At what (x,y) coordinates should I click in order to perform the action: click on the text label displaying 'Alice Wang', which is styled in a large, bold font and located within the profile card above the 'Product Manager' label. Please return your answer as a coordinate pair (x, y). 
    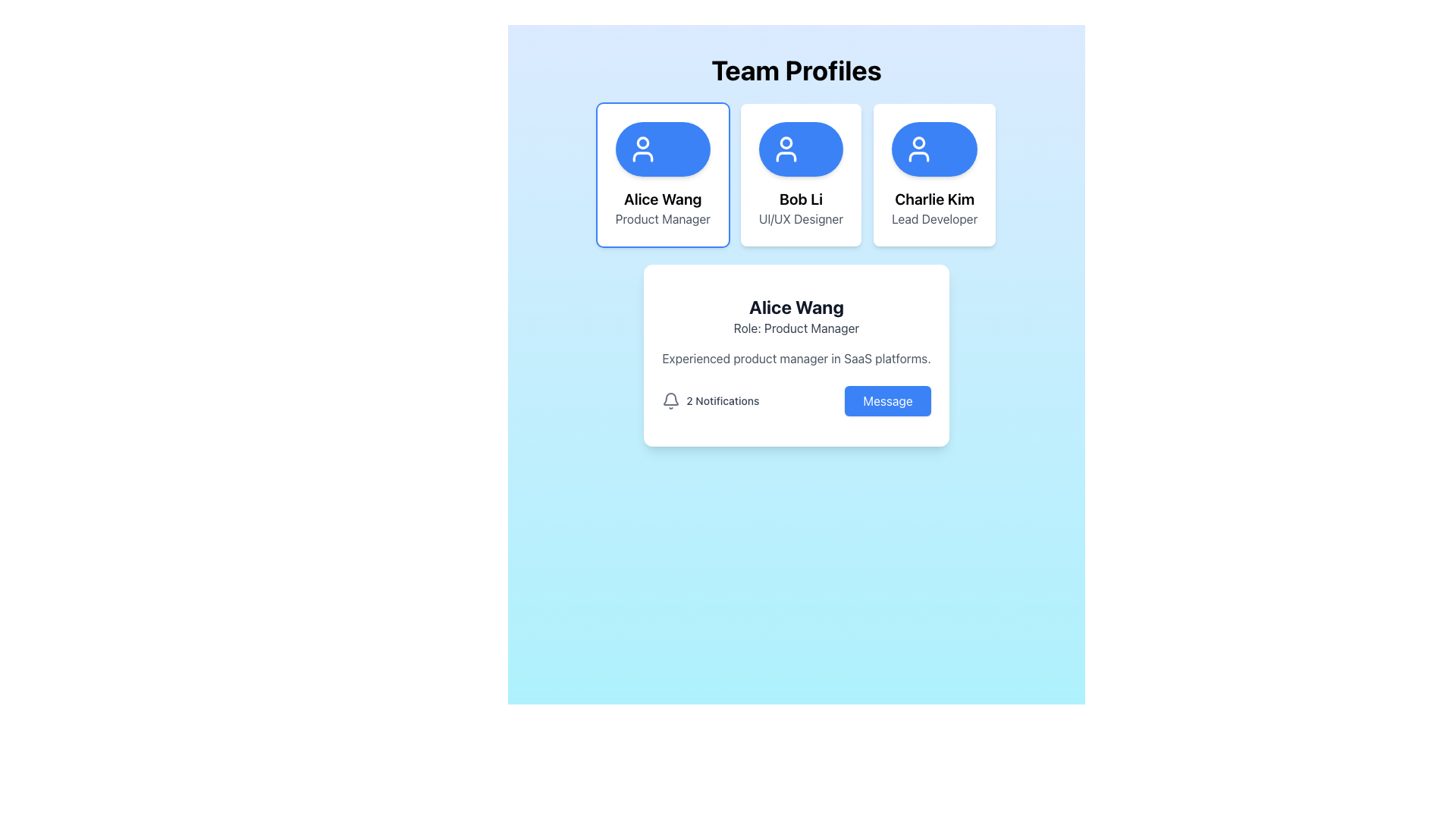
    Looking at the image, I should click on (663, 198).